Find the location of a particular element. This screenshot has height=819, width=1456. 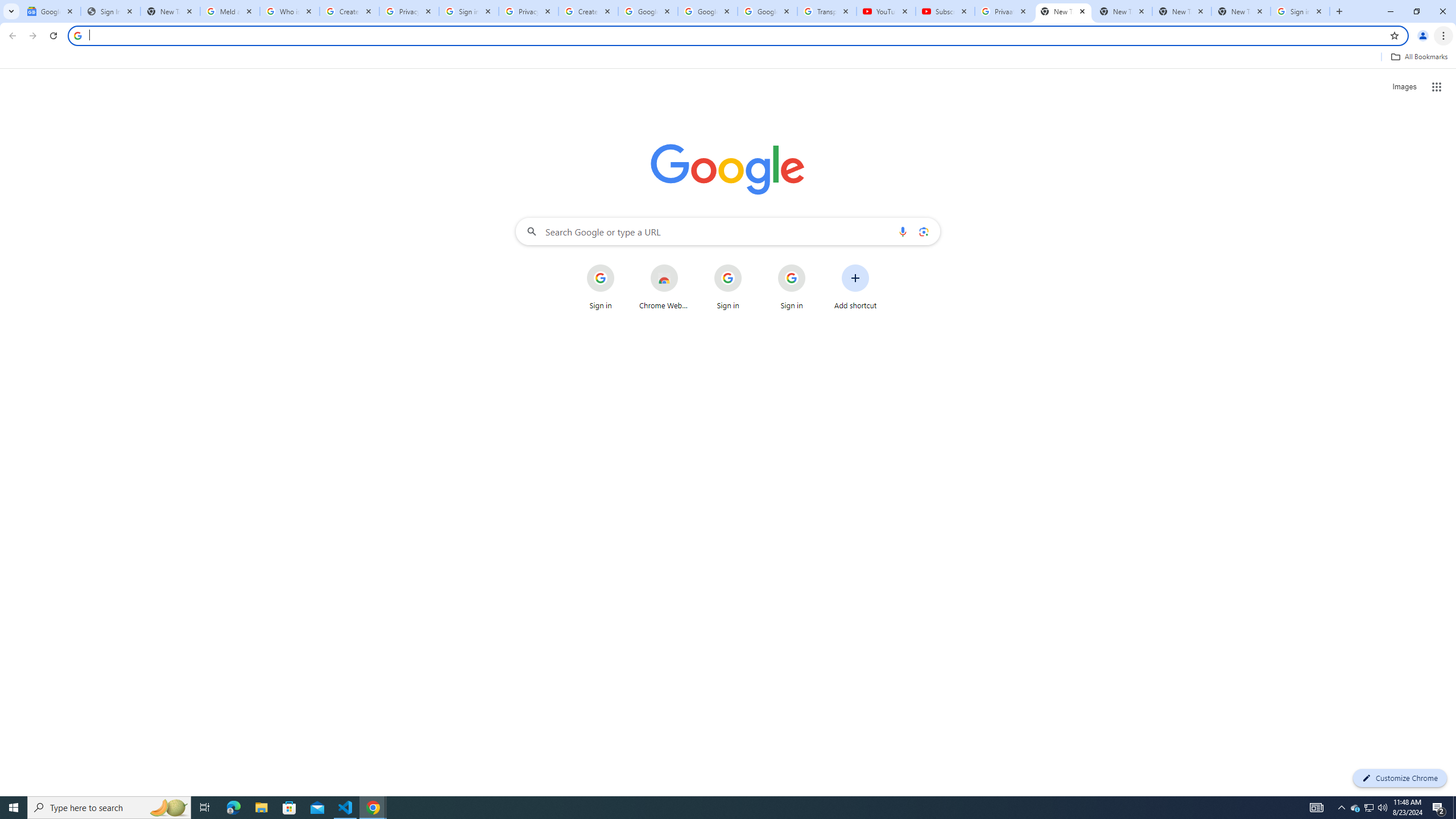

'Subscriptions - YouTube' is located at coordinates (944, 11).